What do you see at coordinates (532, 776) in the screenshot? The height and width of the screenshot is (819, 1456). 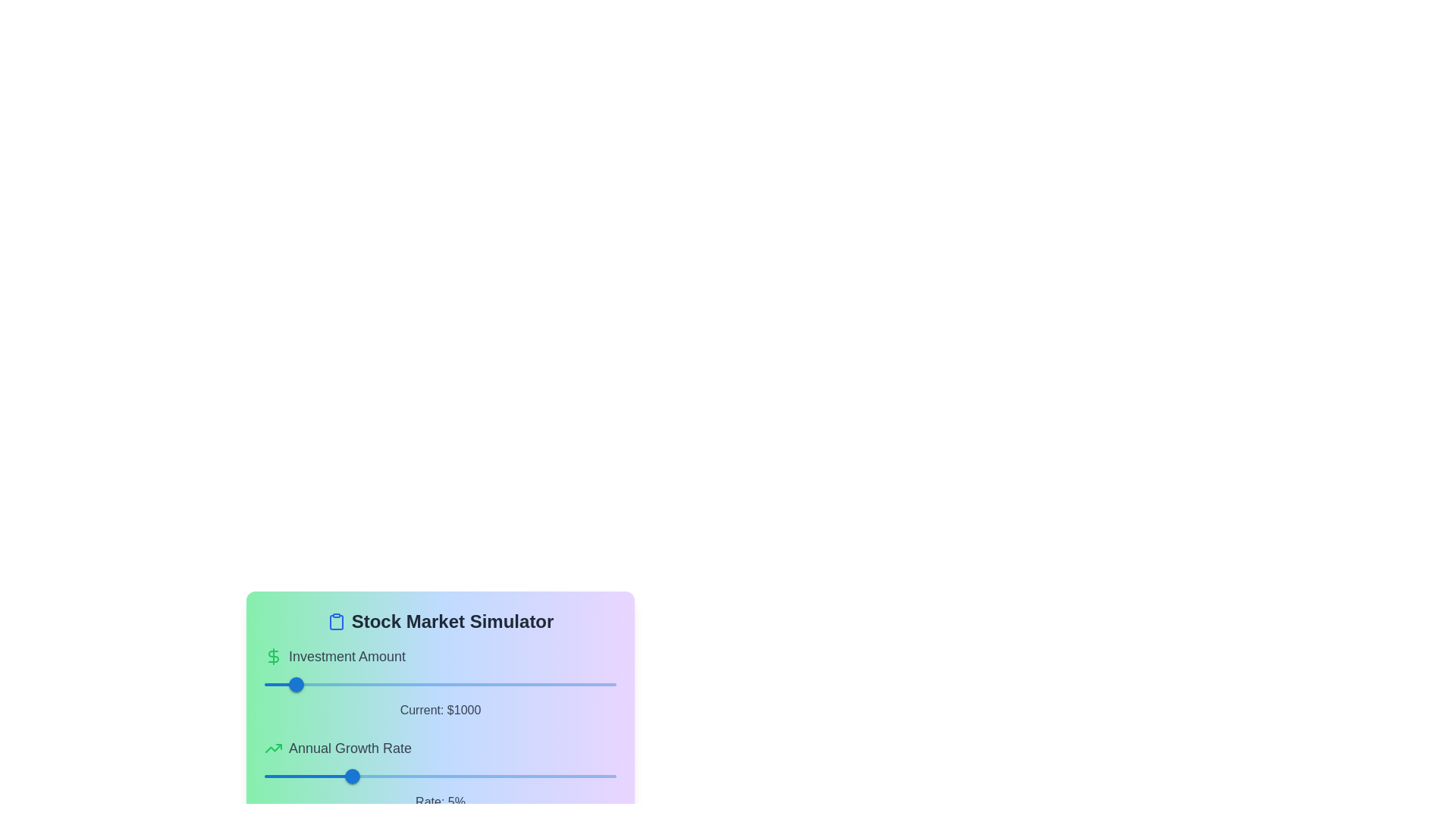 I see `the annual growth rate` at bounding box center [532, 776].